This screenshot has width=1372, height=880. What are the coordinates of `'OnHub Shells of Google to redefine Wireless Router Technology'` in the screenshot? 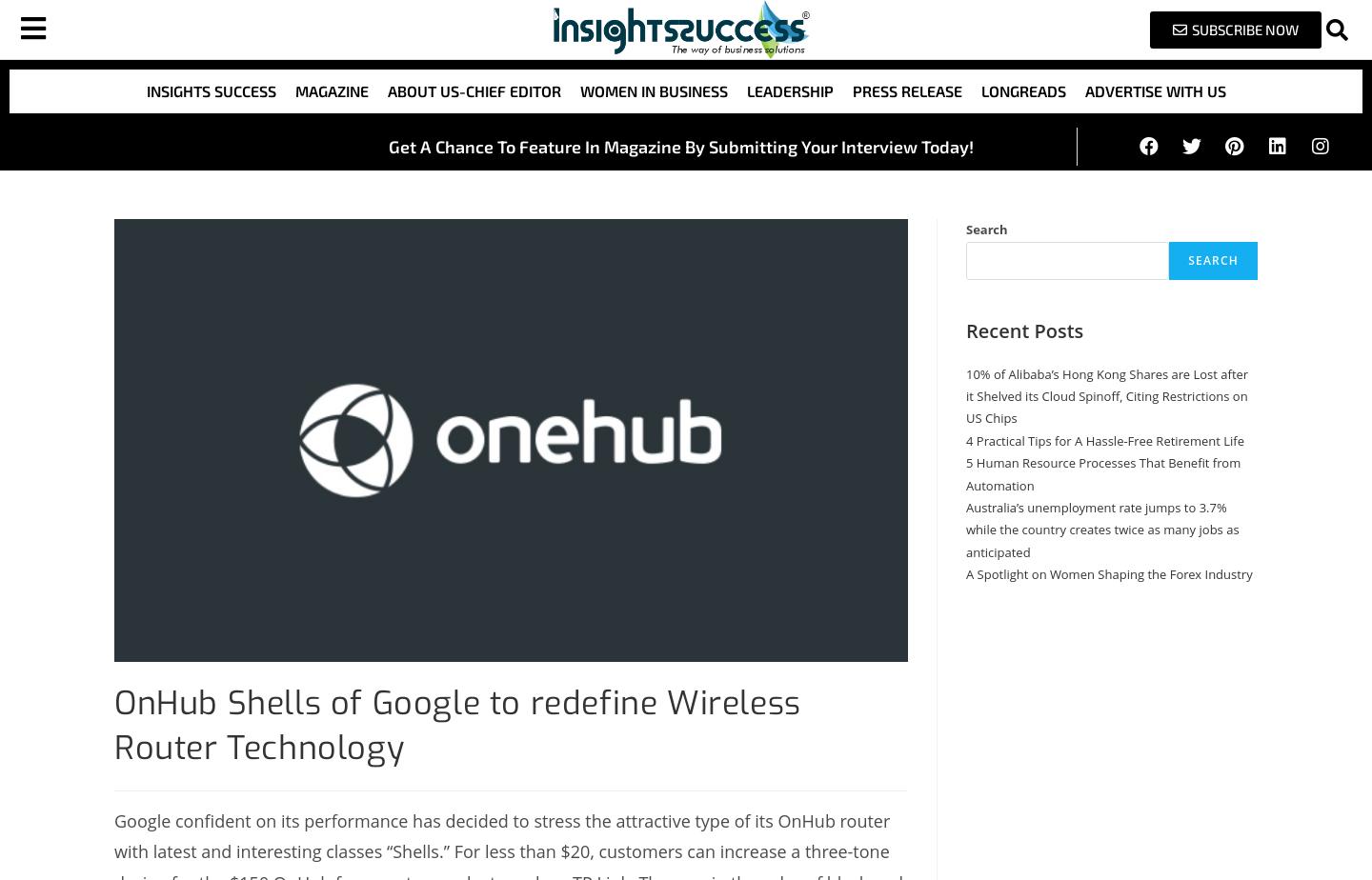 It's located at (456, 725).